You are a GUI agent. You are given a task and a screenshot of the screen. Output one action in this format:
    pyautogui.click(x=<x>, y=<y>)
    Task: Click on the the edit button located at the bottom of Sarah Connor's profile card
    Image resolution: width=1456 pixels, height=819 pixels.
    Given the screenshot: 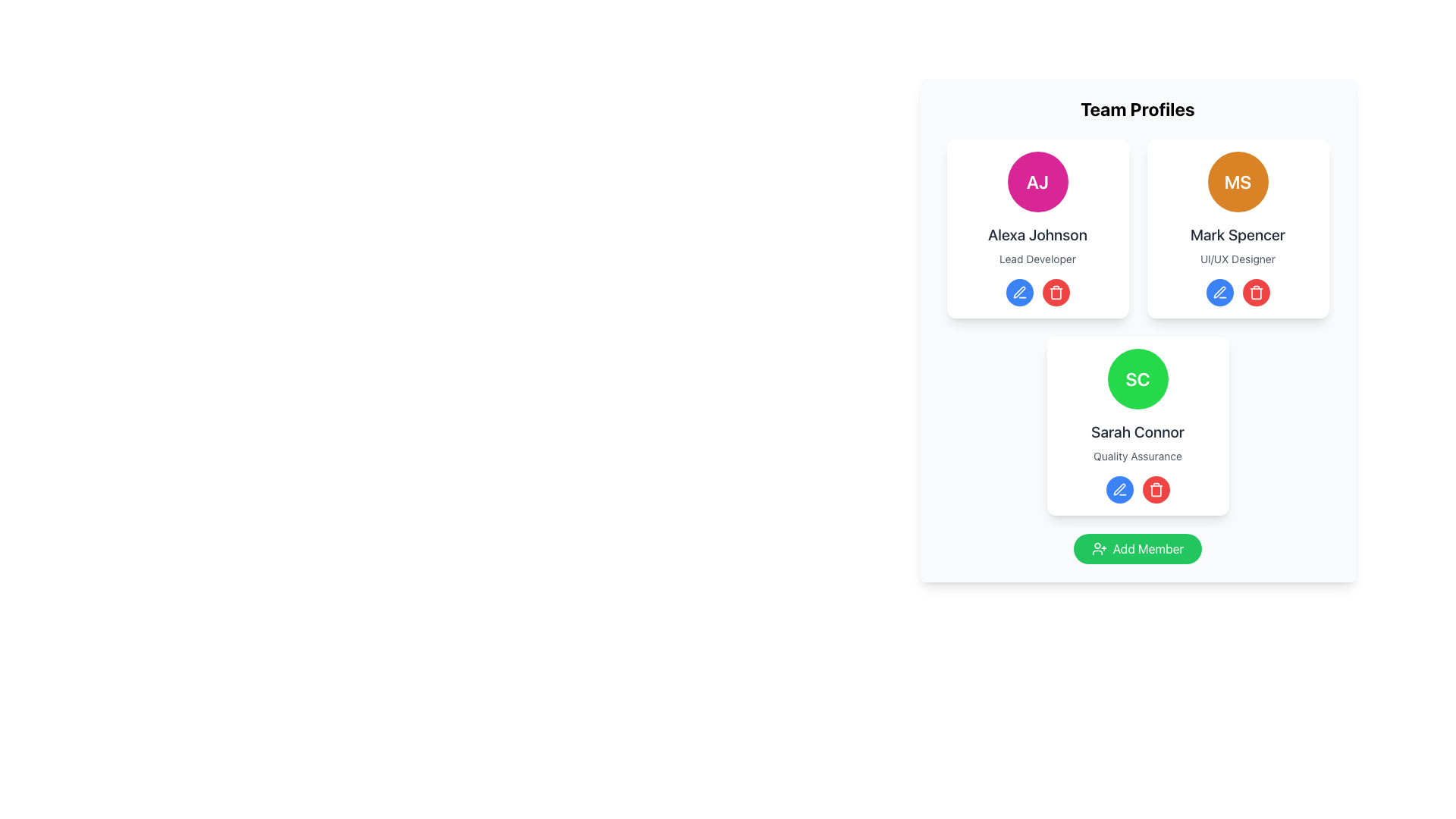 What is the action you would take?
    pyautogui.click(x=1119, y=488)
    